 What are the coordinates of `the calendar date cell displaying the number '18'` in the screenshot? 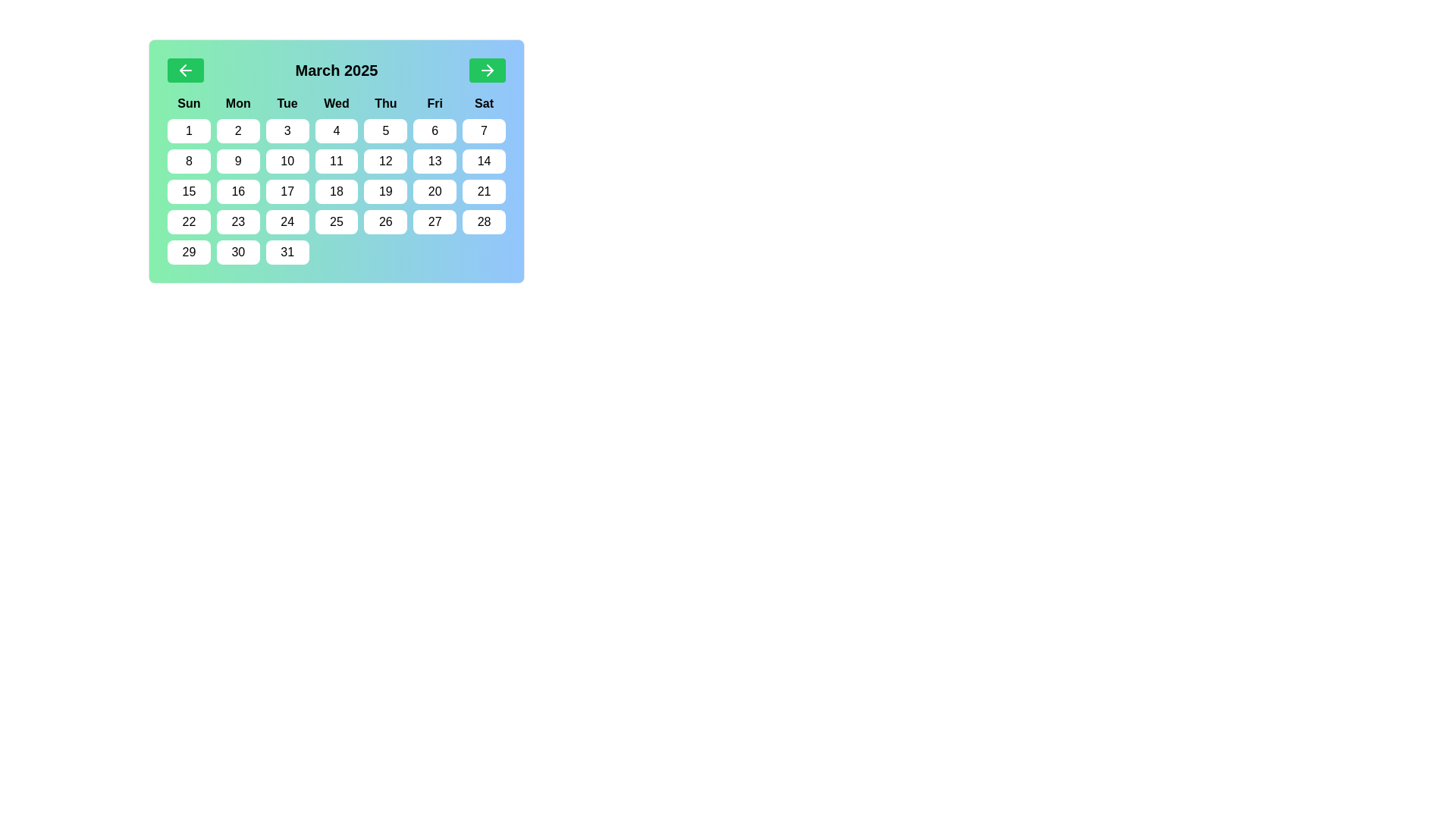 It's located at (336, 178).